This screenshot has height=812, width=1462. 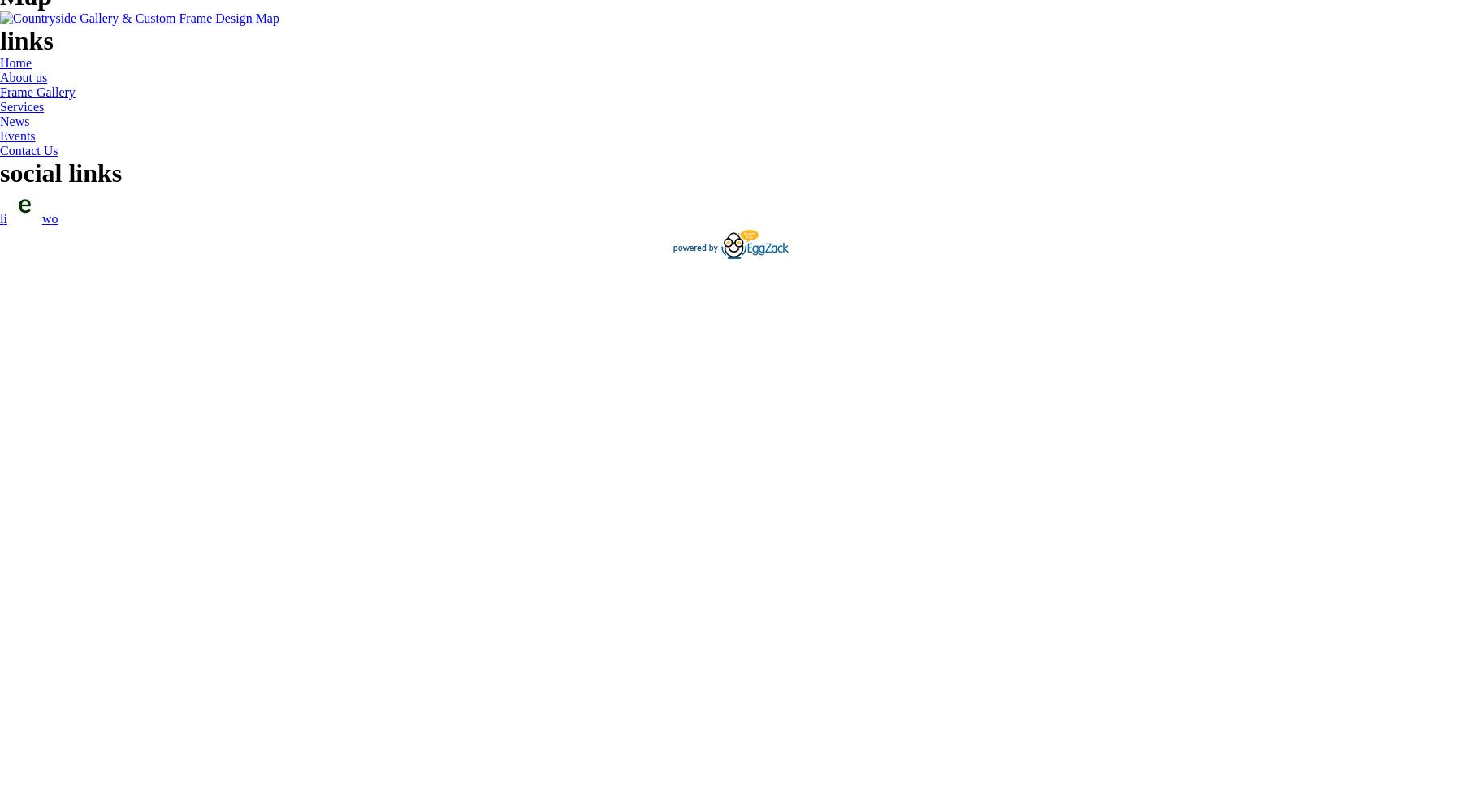 What do you see at coordinates (0, 218) in the screenshot?
I see `'l'` at bounding box center [0, 218].